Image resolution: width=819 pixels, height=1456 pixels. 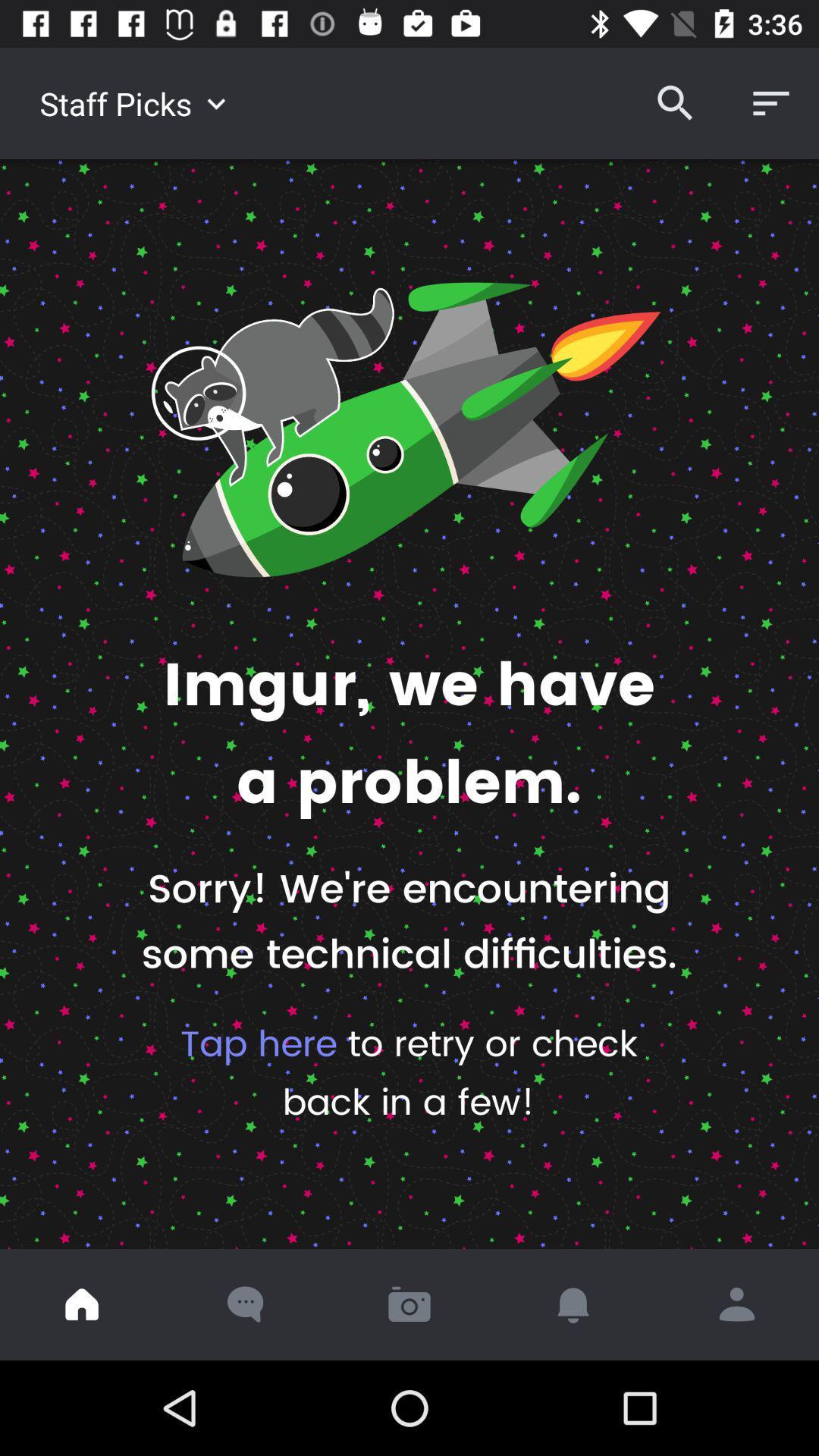 What do you see at coordinates (82, 1304) in the screenshot?
I see `the home icon` at bounding box center [82, 1304].